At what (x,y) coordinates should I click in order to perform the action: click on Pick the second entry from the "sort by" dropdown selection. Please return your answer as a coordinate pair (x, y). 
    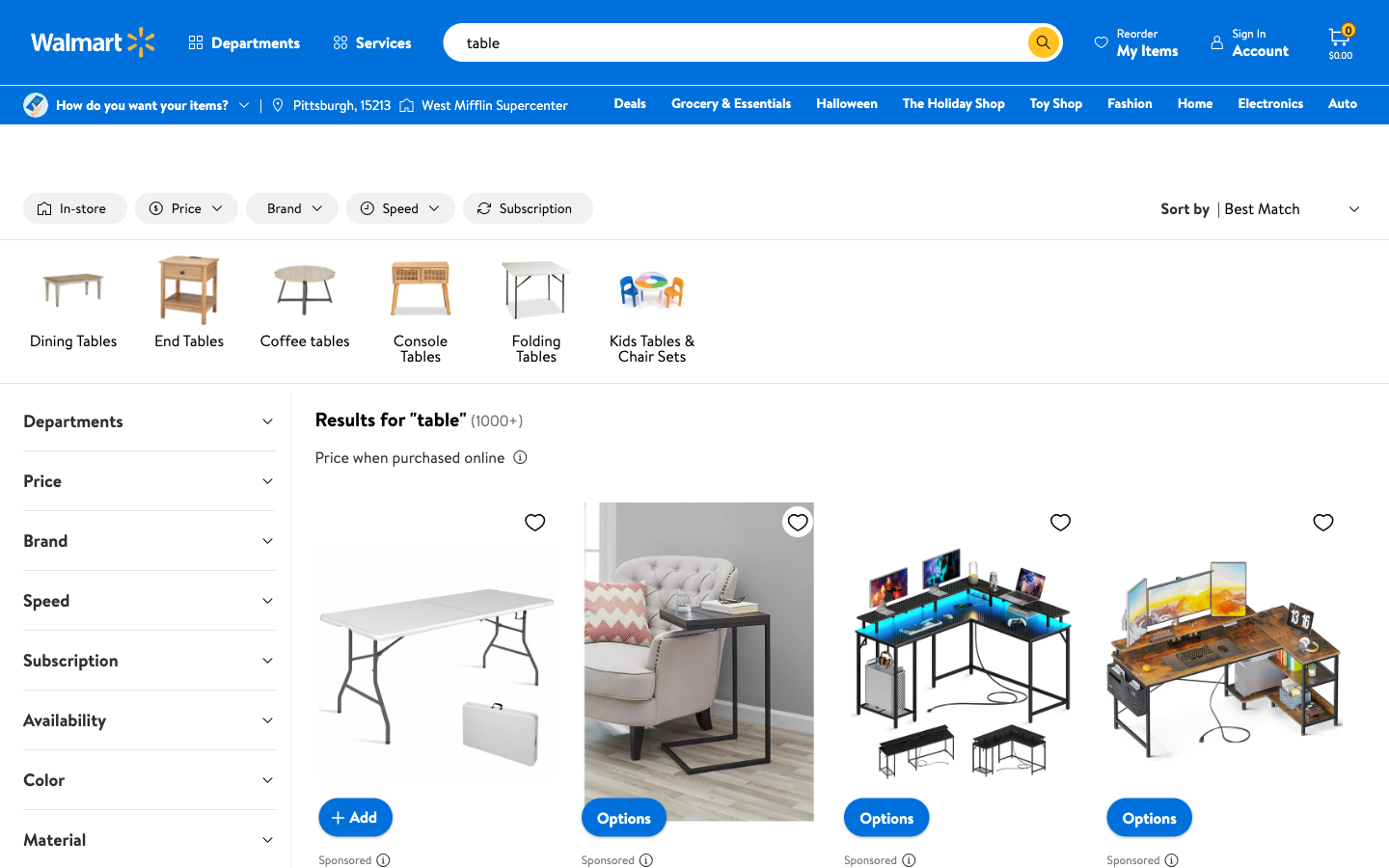
    Looking at the image, I should click on (1292, 208).